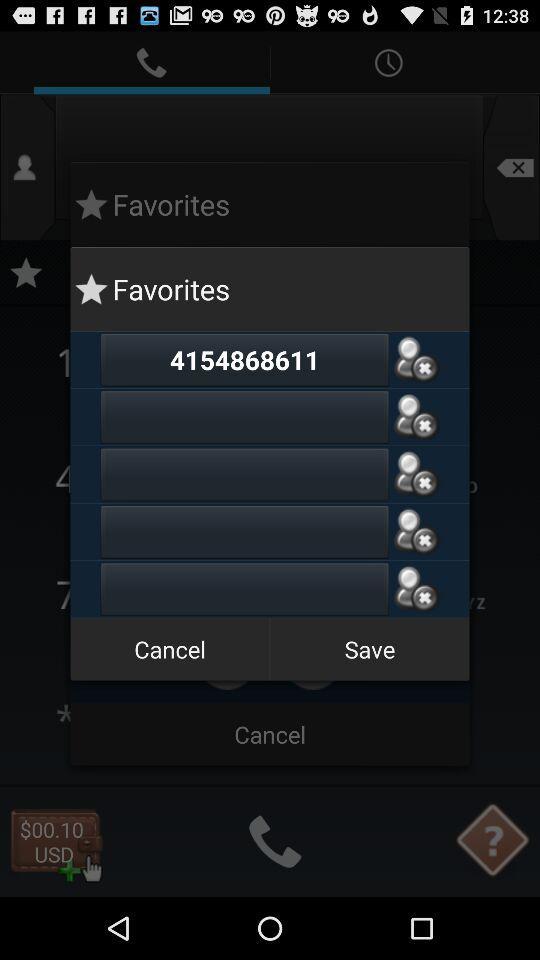  I want to click on number to favorites, so click(244, 474).